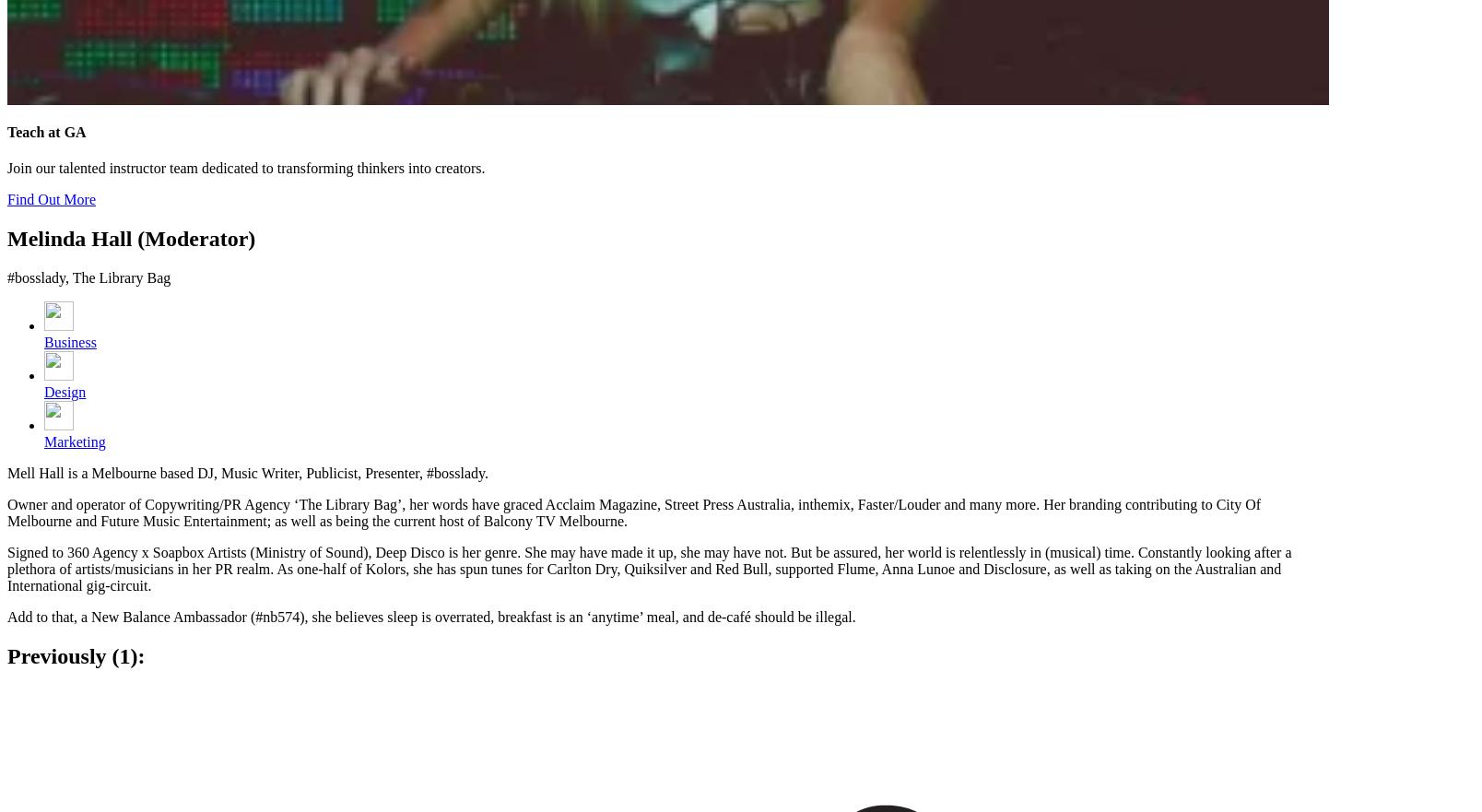 This screenshot has width=1482, height=812. What do you see at coordinates (75, 441) in the screenshot?
I see `'Marketing'` at bounding box center [75, 441].